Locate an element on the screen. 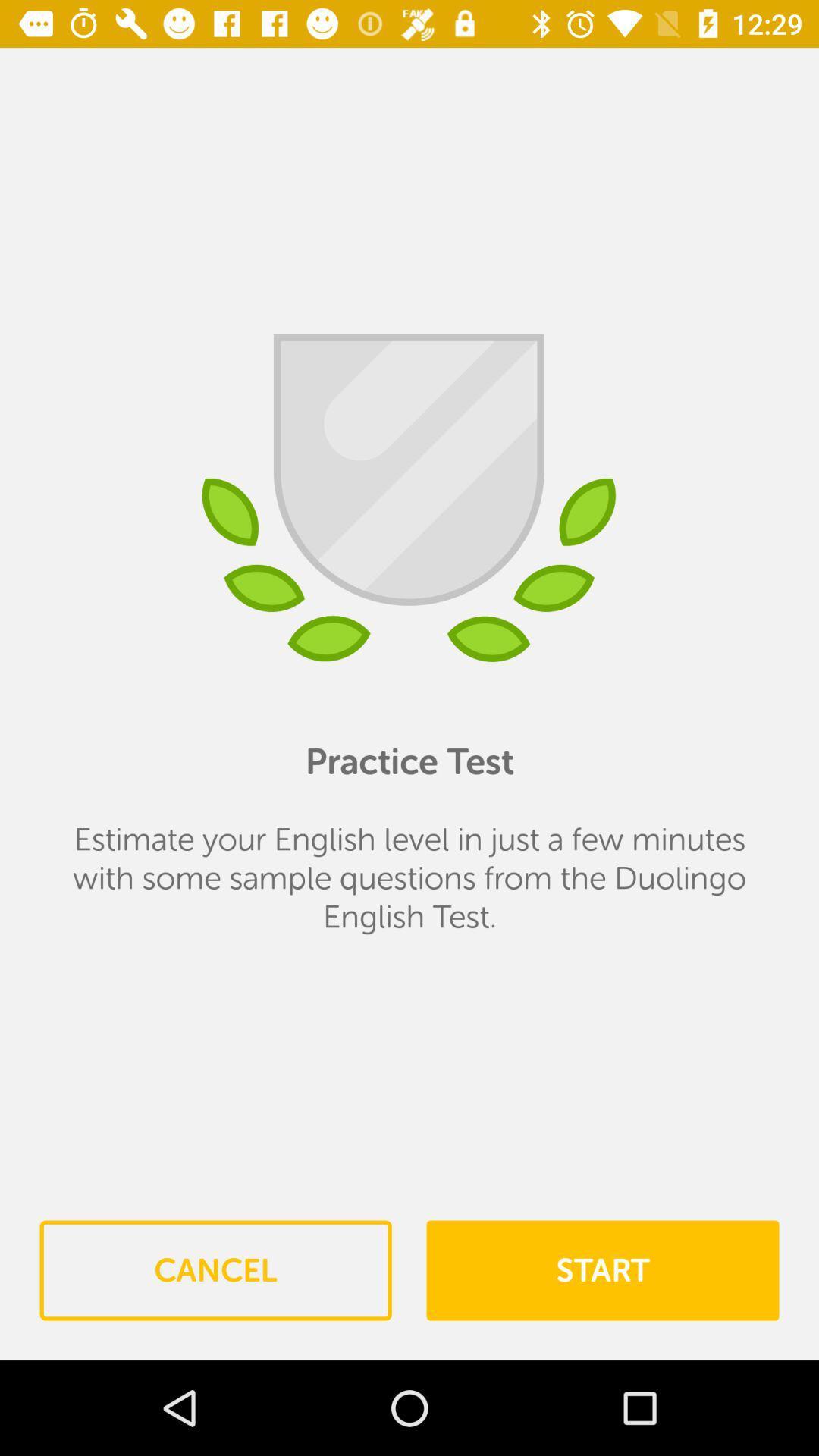 This screenshot has height=1456, width=819. the start icon is located at coordinates (601, 1270).